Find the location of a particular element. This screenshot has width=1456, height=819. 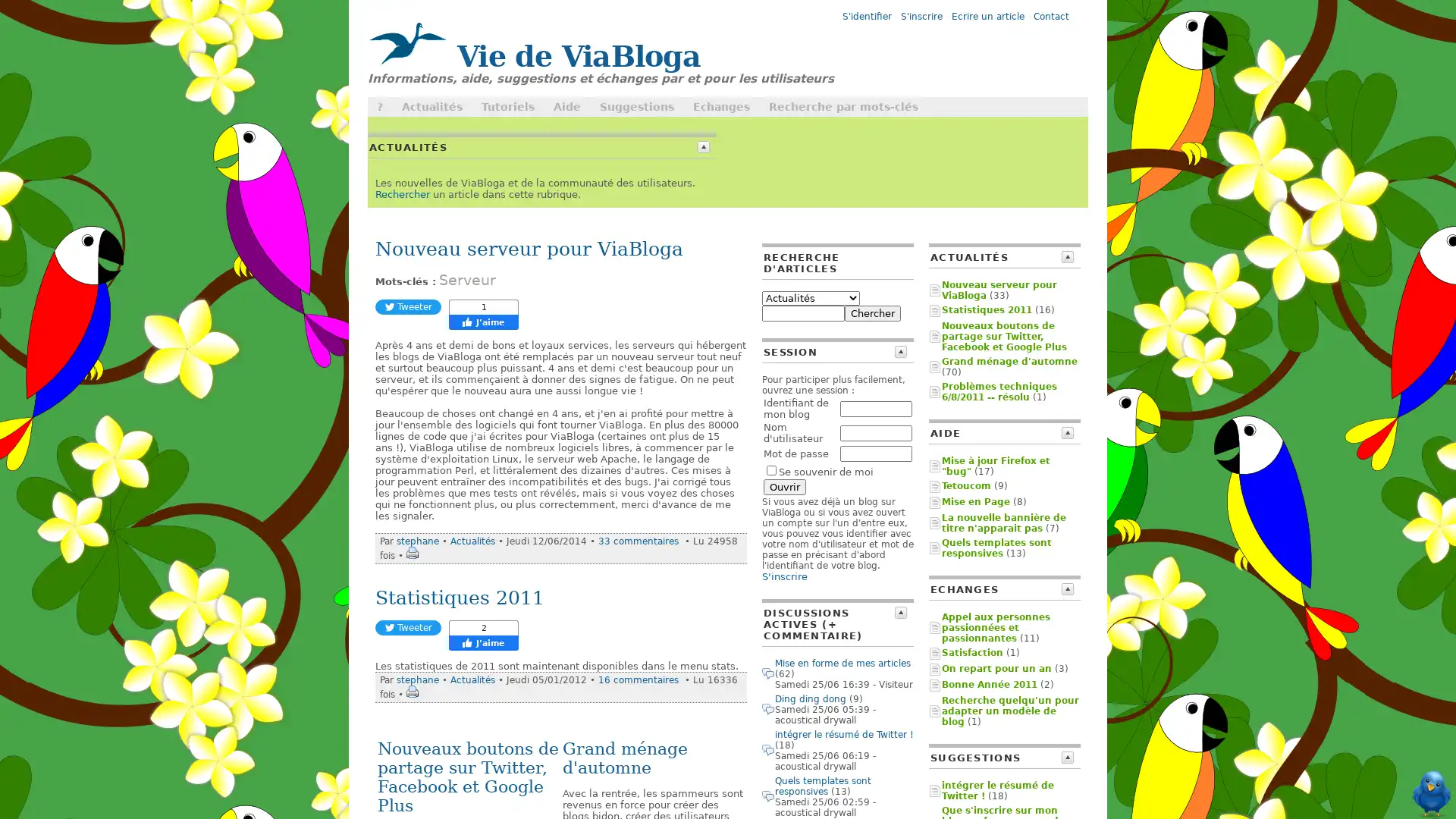

Ouvrir is located at coordinates (785, 487).